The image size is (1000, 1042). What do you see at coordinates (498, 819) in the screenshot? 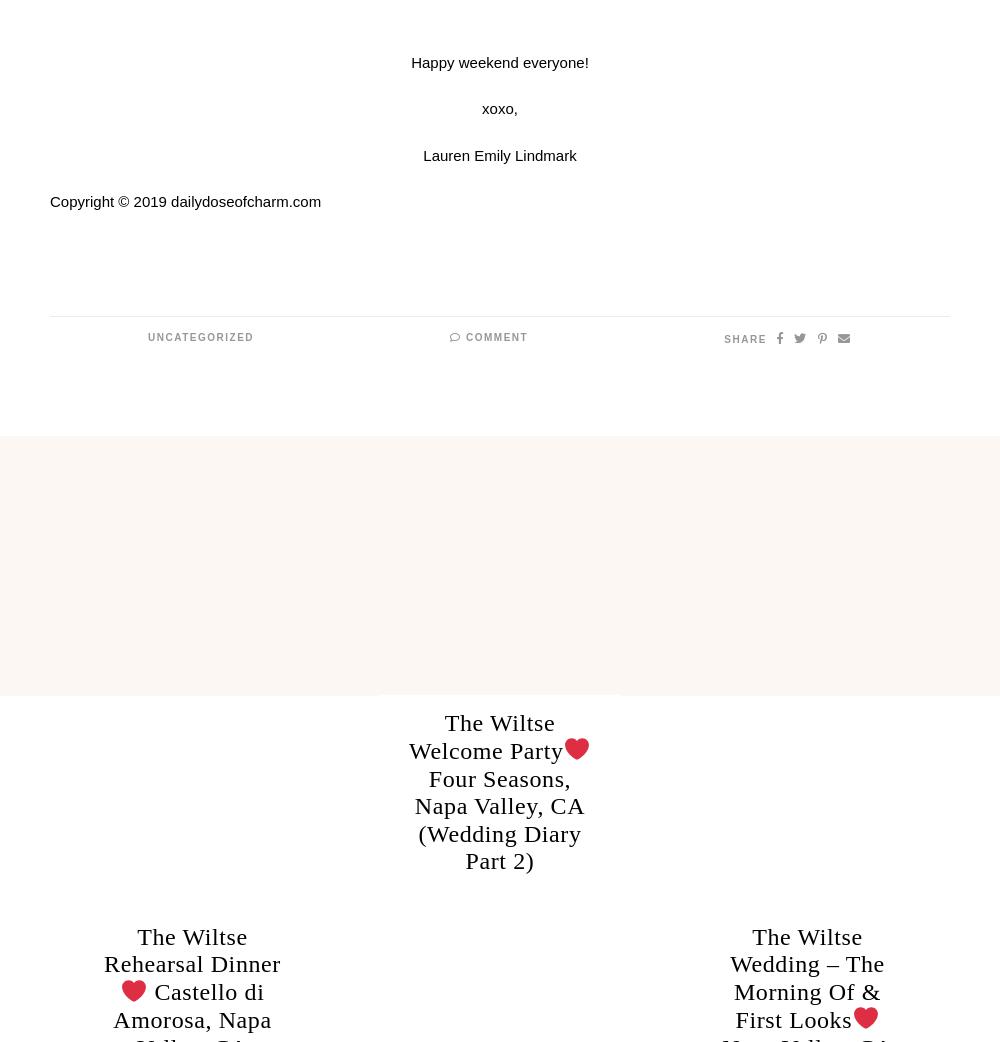
I see `'Four Seasons, Napa Valley, CA (Wedding Diary Part 2)'` at bounding box center [498, 819].